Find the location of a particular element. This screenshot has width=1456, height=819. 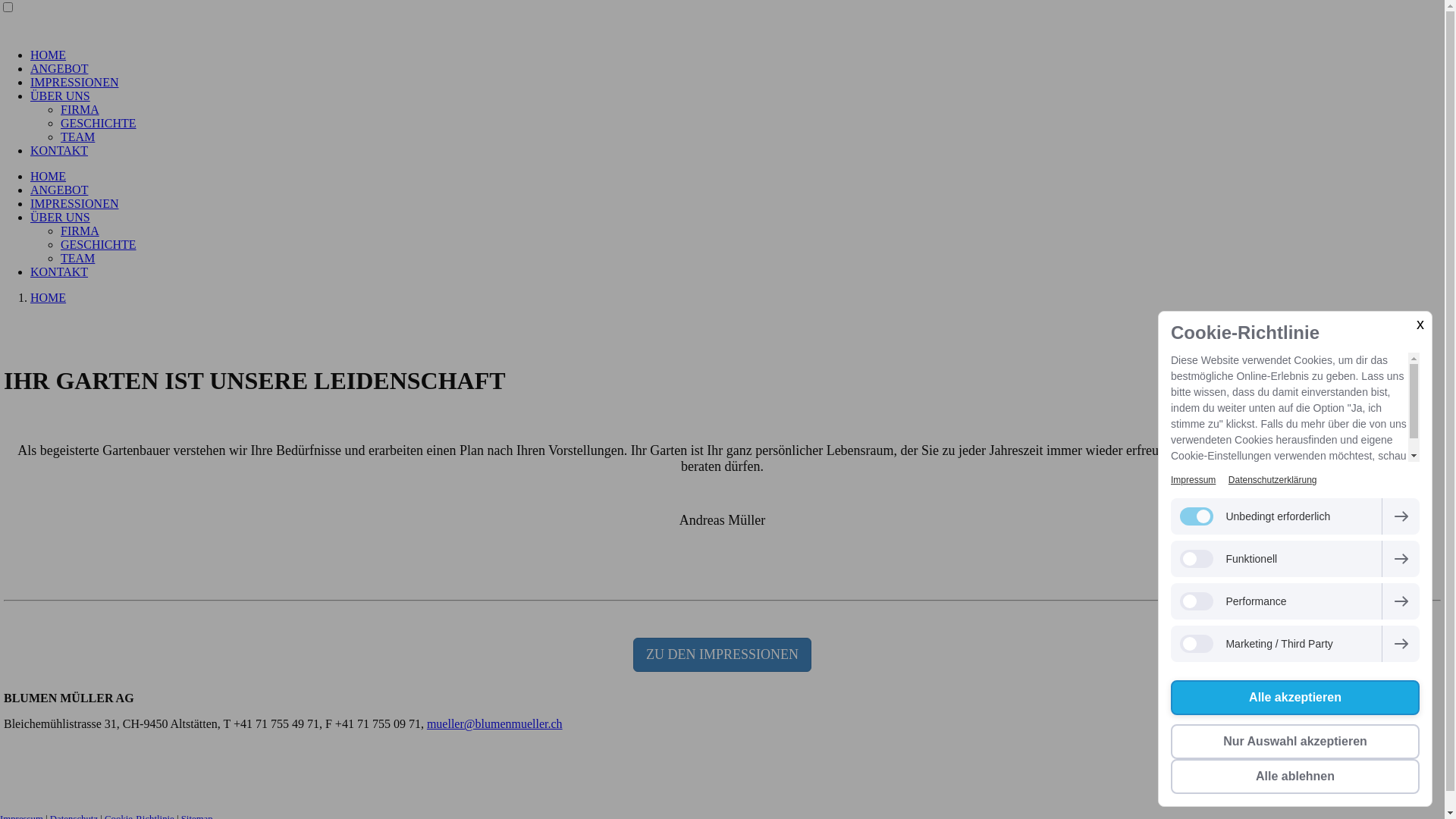

'IMPRESSIONEN' is located at coordinates (30, 202).